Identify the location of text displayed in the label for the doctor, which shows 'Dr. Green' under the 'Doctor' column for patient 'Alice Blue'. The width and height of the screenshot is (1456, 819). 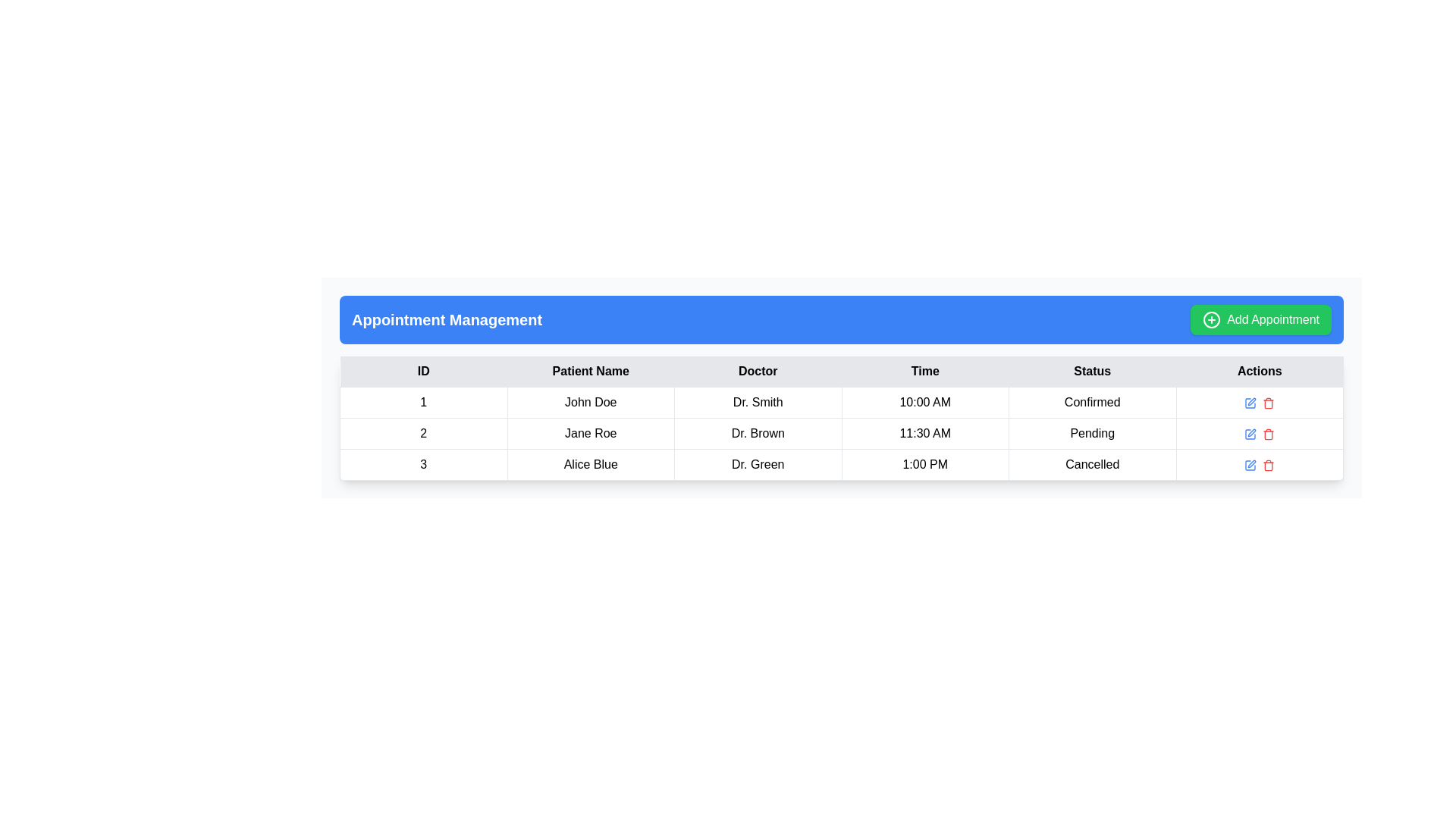
(758, 464).